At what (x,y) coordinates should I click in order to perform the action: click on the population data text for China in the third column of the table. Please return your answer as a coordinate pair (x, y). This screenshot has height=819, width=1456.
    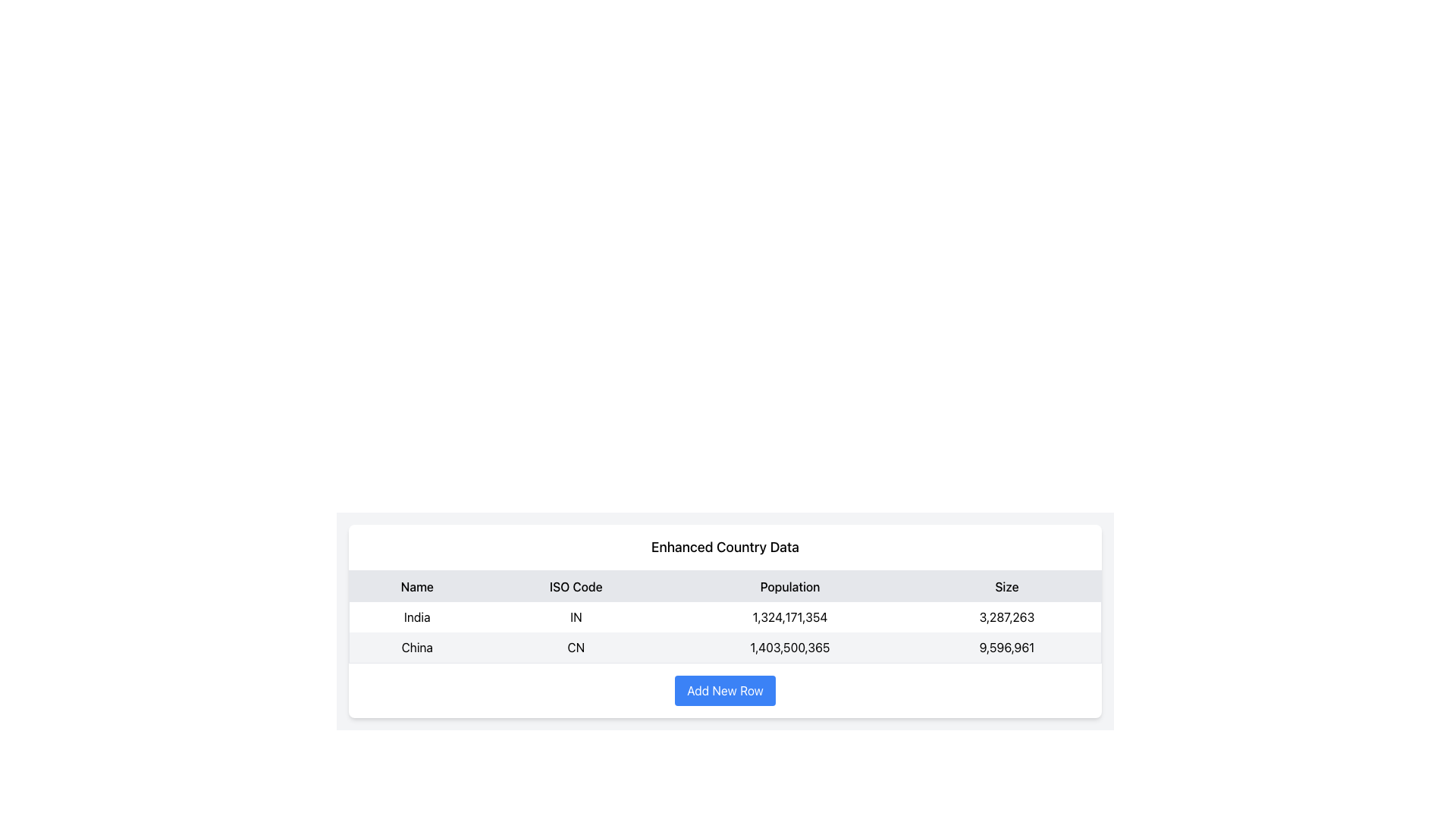
    Looking at the image, I should click on (789, 648).